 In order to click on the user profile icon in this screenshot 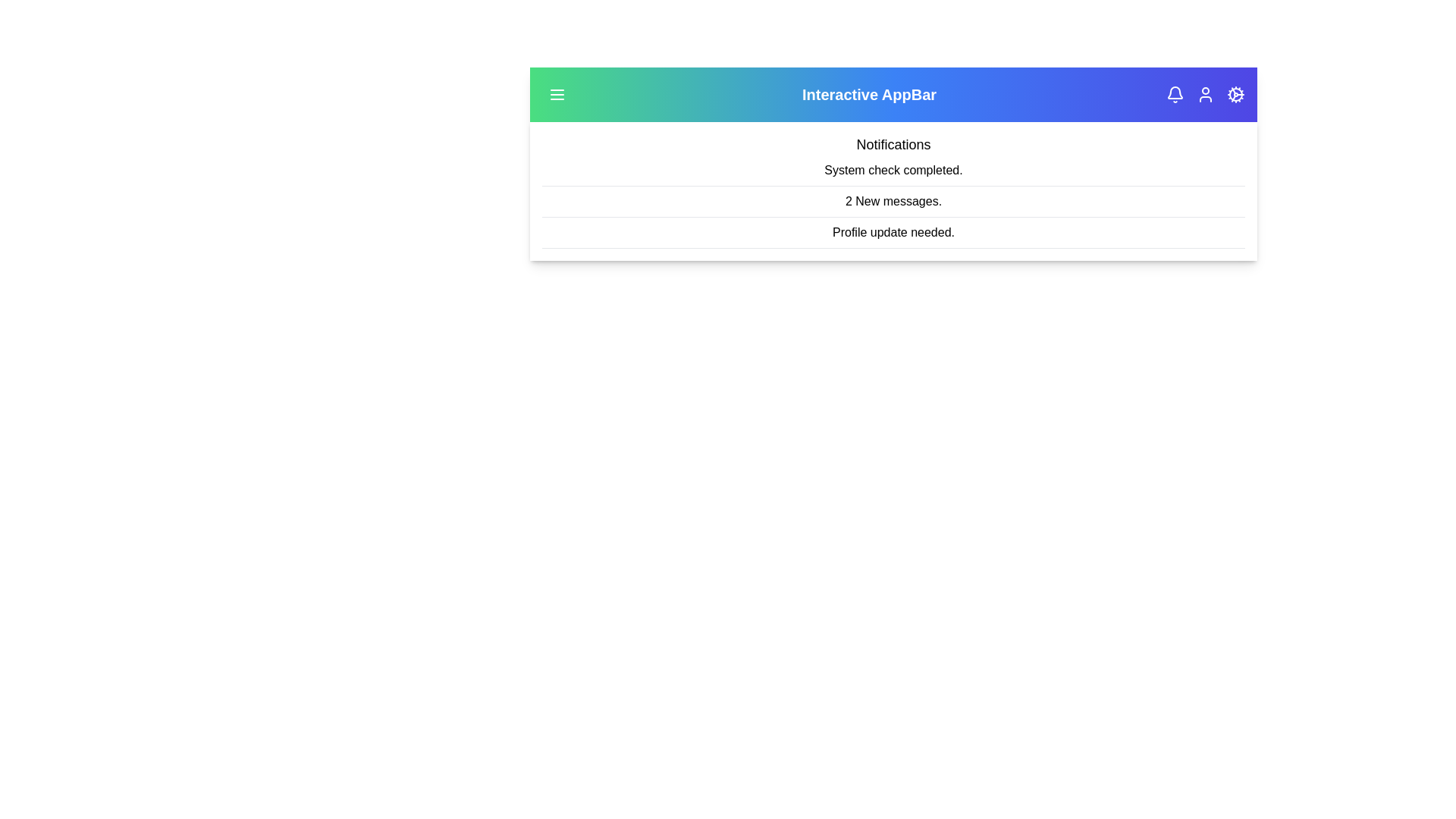, I will do `click(1204, 94)`.